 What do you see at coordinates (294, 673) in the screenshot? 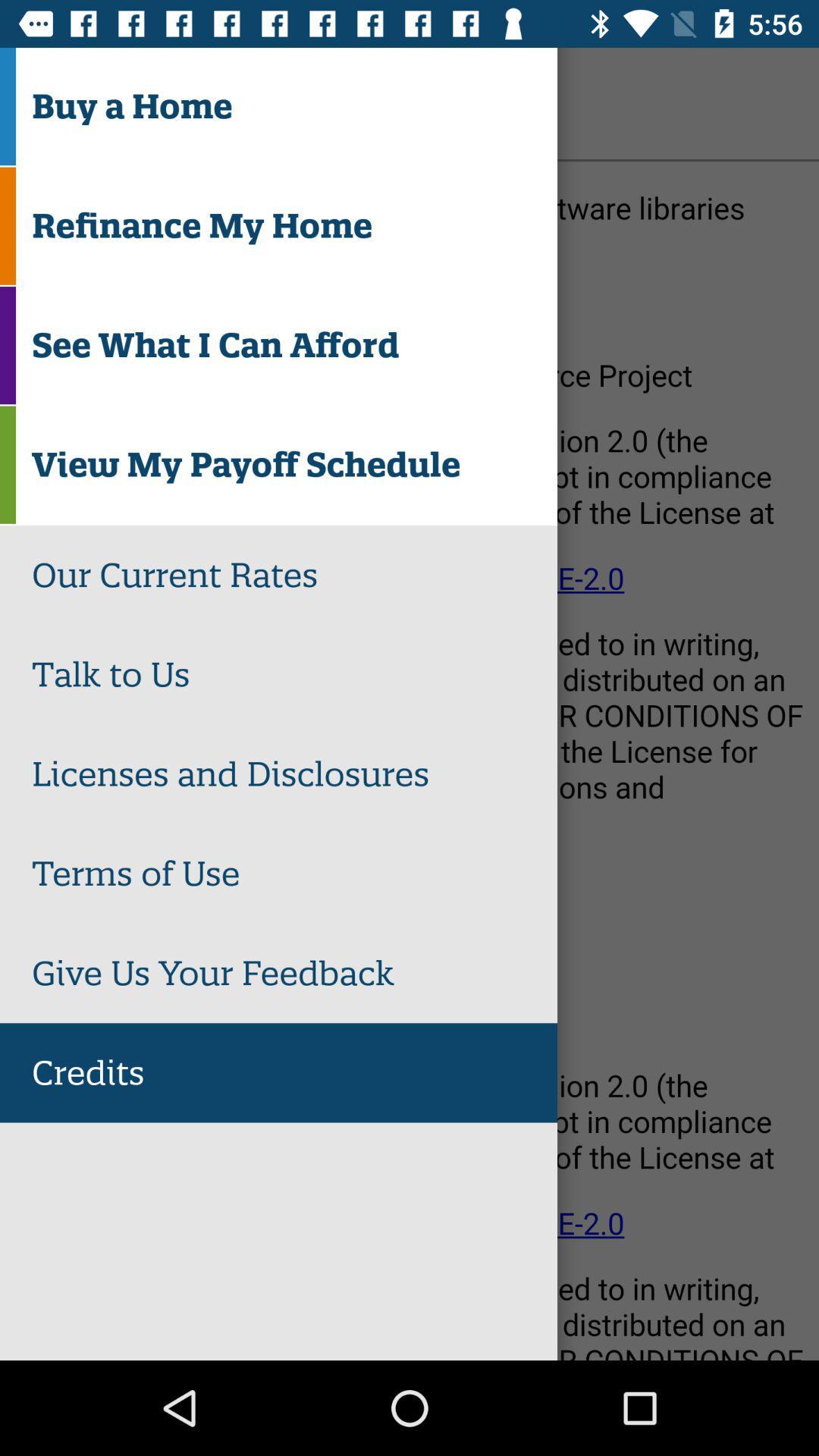
I see `the talk to us icon` at bounding box center [294, 673].